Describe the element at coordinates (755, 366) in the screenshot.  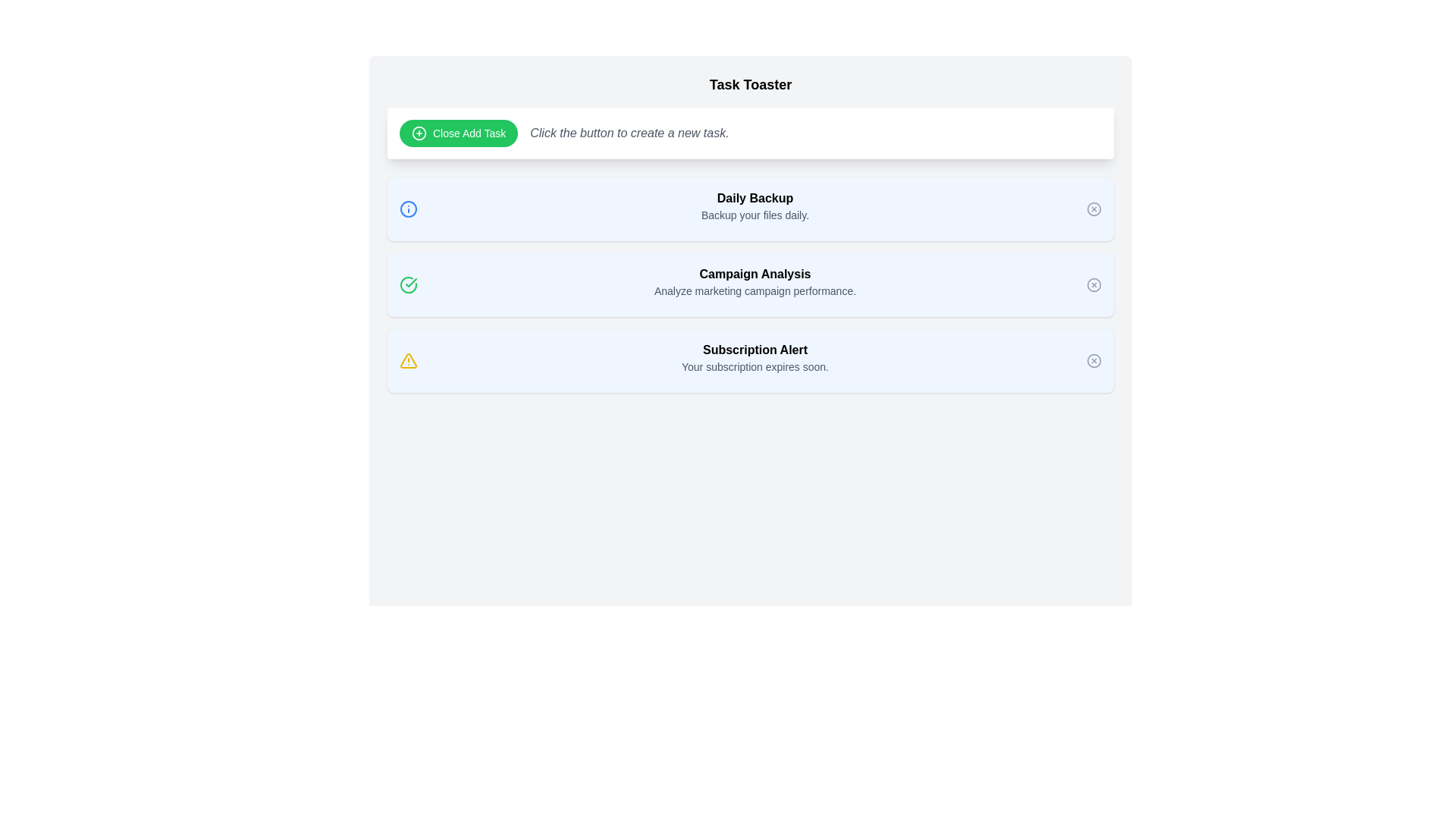
I see `the informational text label indicating that the user's subscription is near expiration, located beneath the title 'Subscription Alert'` at that location.